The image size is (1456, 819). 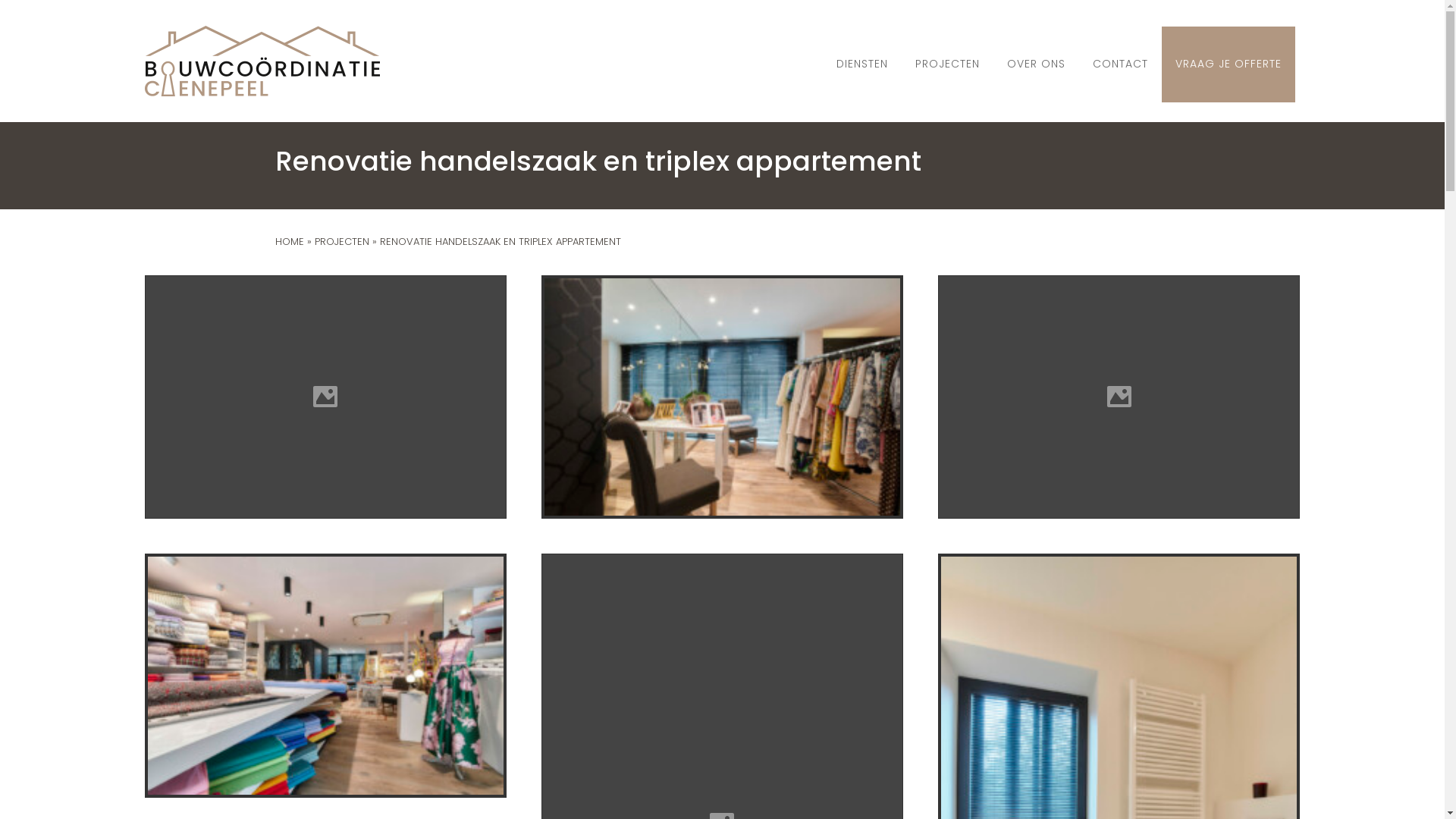 I want to click on 'VRAAG JE OFFERTE', so click(x=1169, y=63).